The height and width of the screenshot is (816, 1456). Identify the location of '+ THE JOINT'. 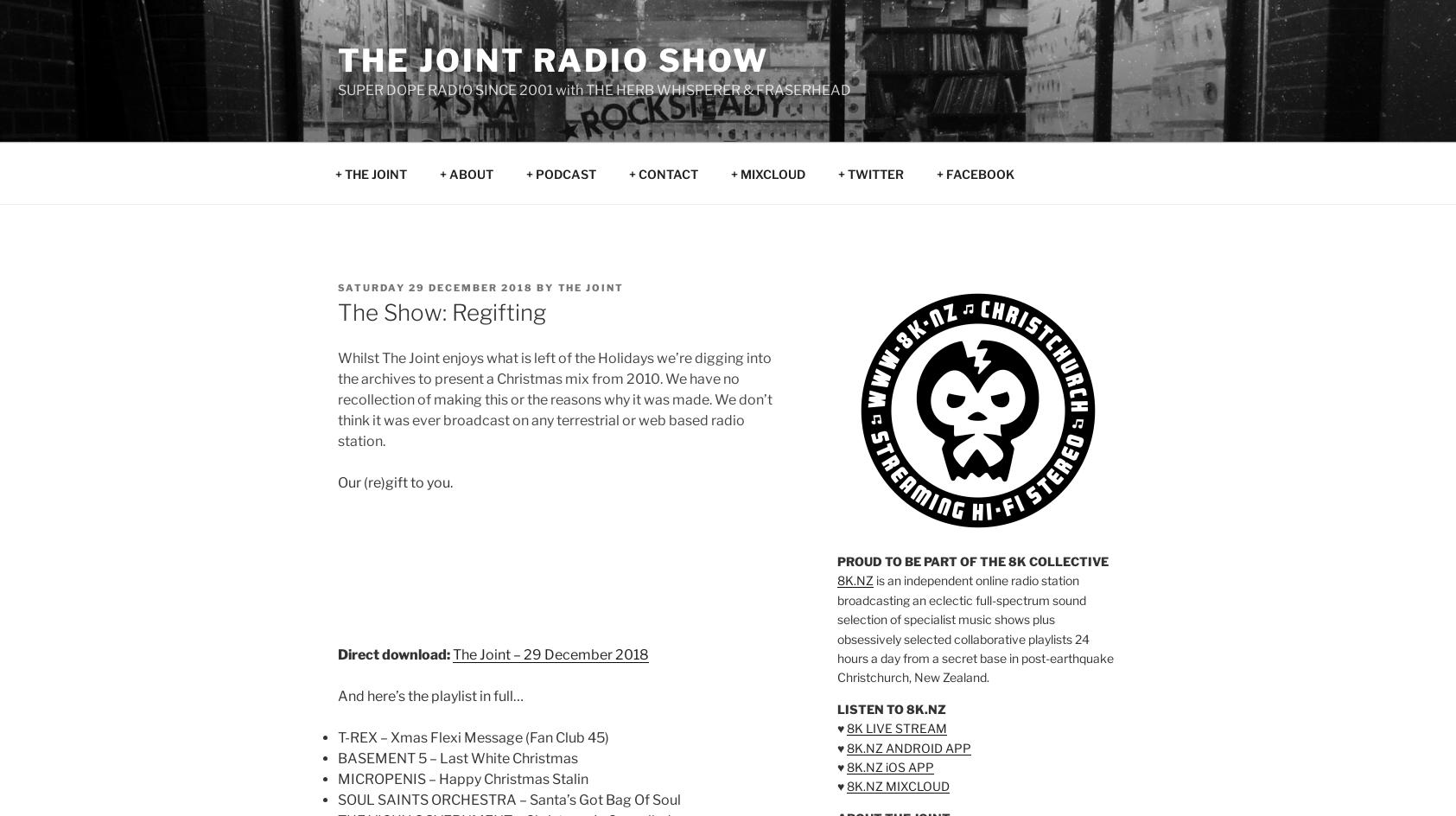
(334, 172).